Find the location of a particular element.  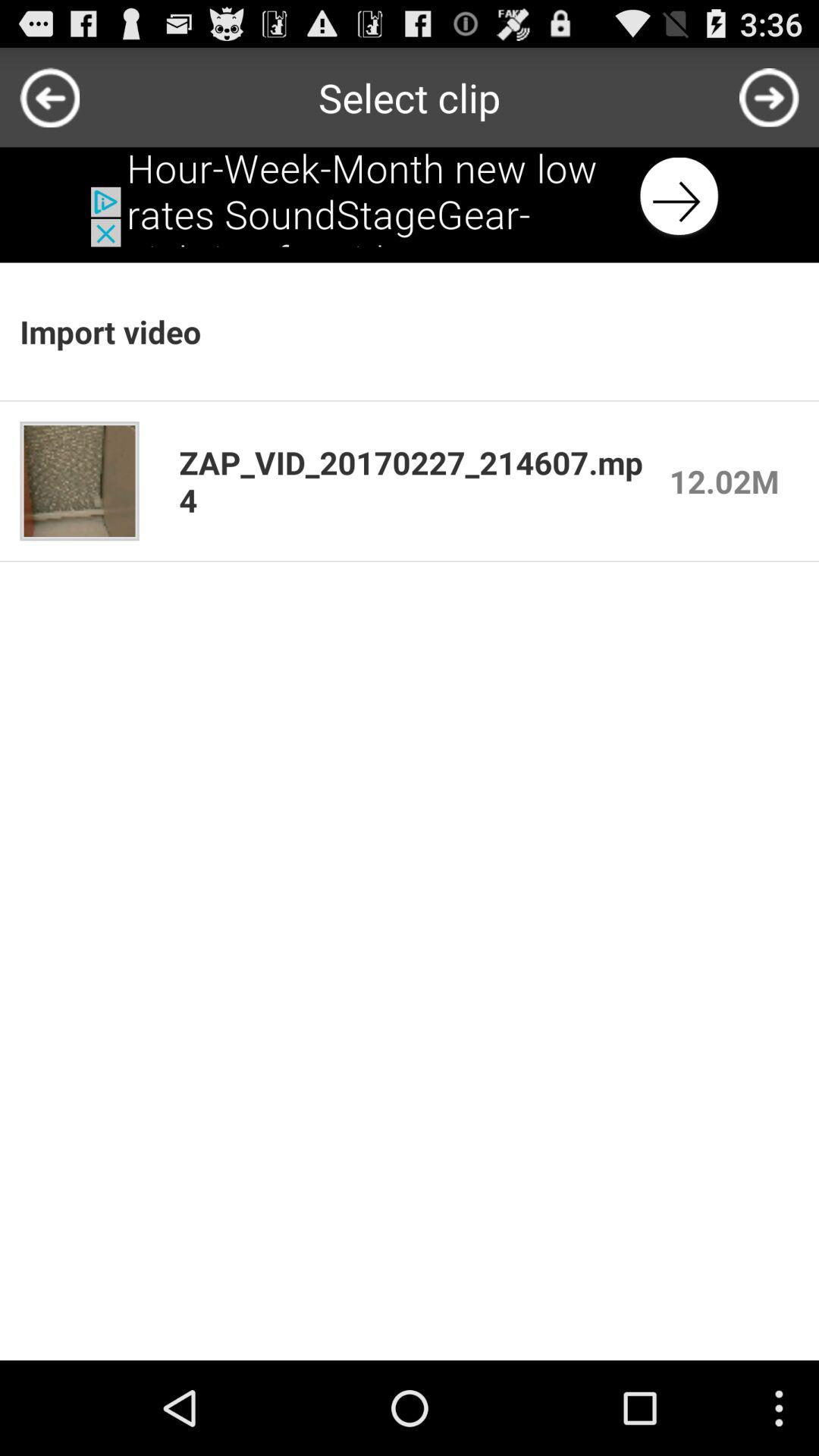

goto back is located at coordinates (49, 96).